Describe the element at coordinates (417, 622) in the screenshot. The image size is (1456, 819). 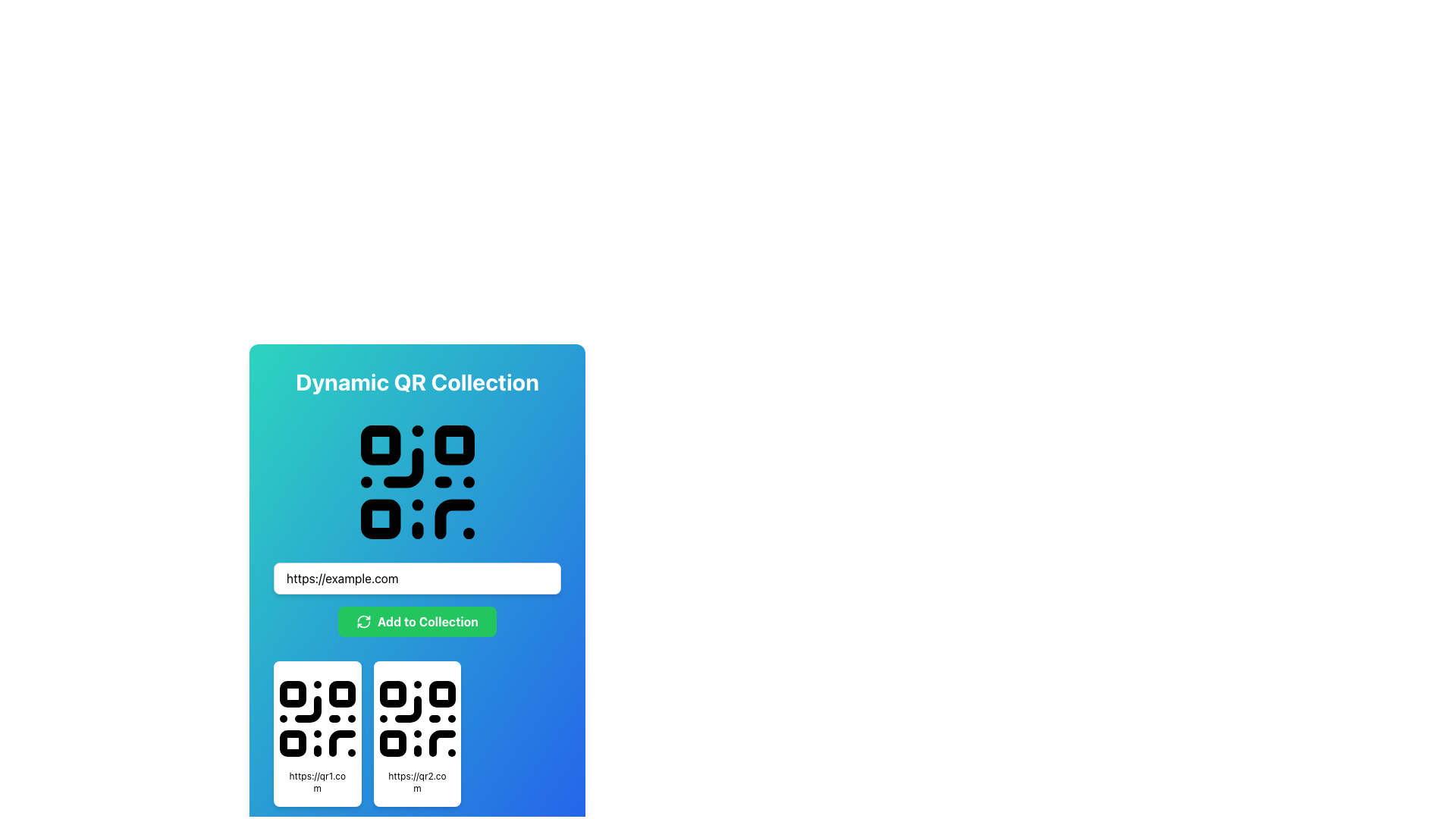
I see `the green 'Add to Collection' button with a refresh arrow icon` at that location.